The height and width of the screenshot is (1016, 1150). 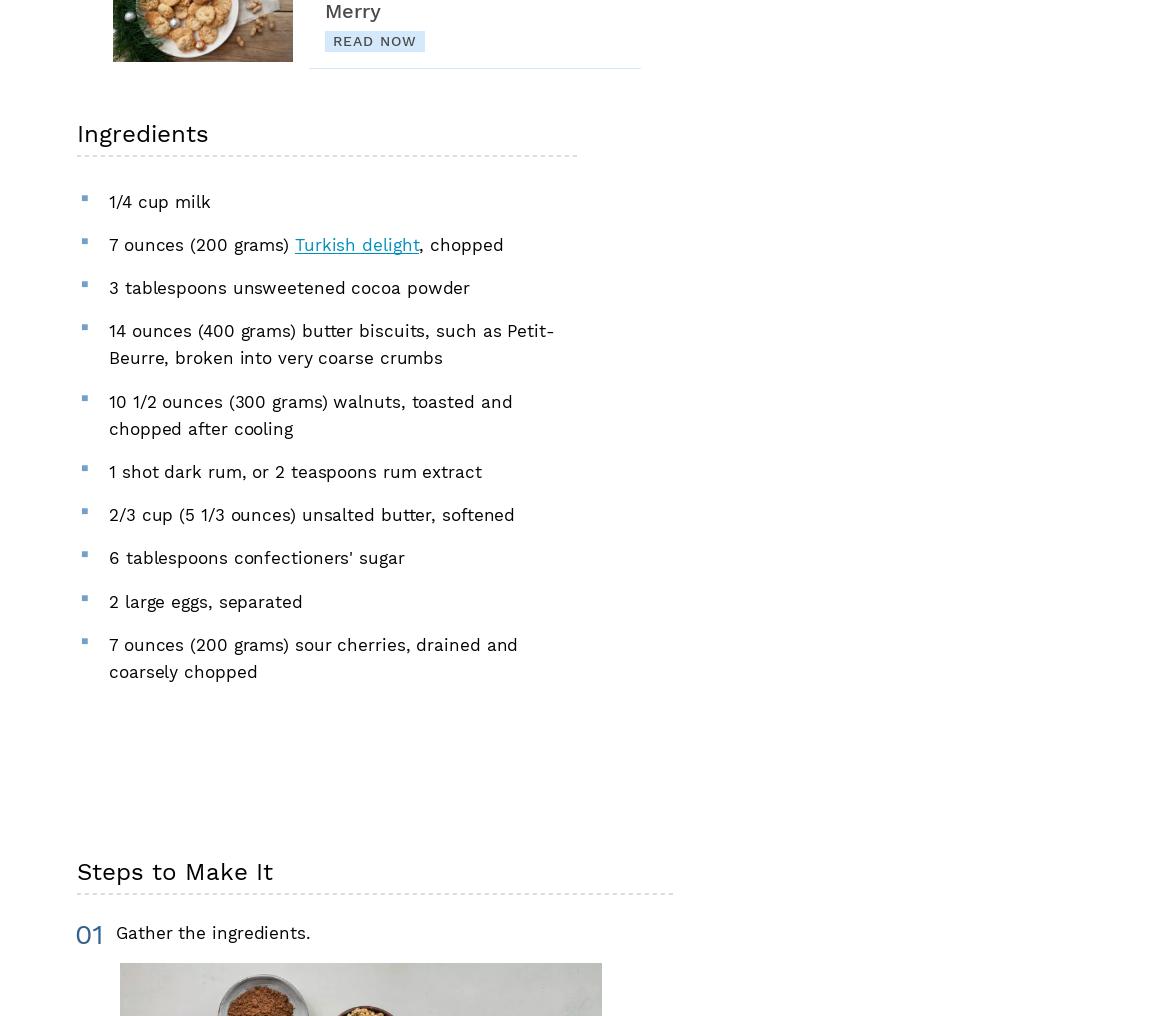 What do you see at coordinates (112, 287) in the screenshot?
I see `'3'` at bounding box center [112, 287].